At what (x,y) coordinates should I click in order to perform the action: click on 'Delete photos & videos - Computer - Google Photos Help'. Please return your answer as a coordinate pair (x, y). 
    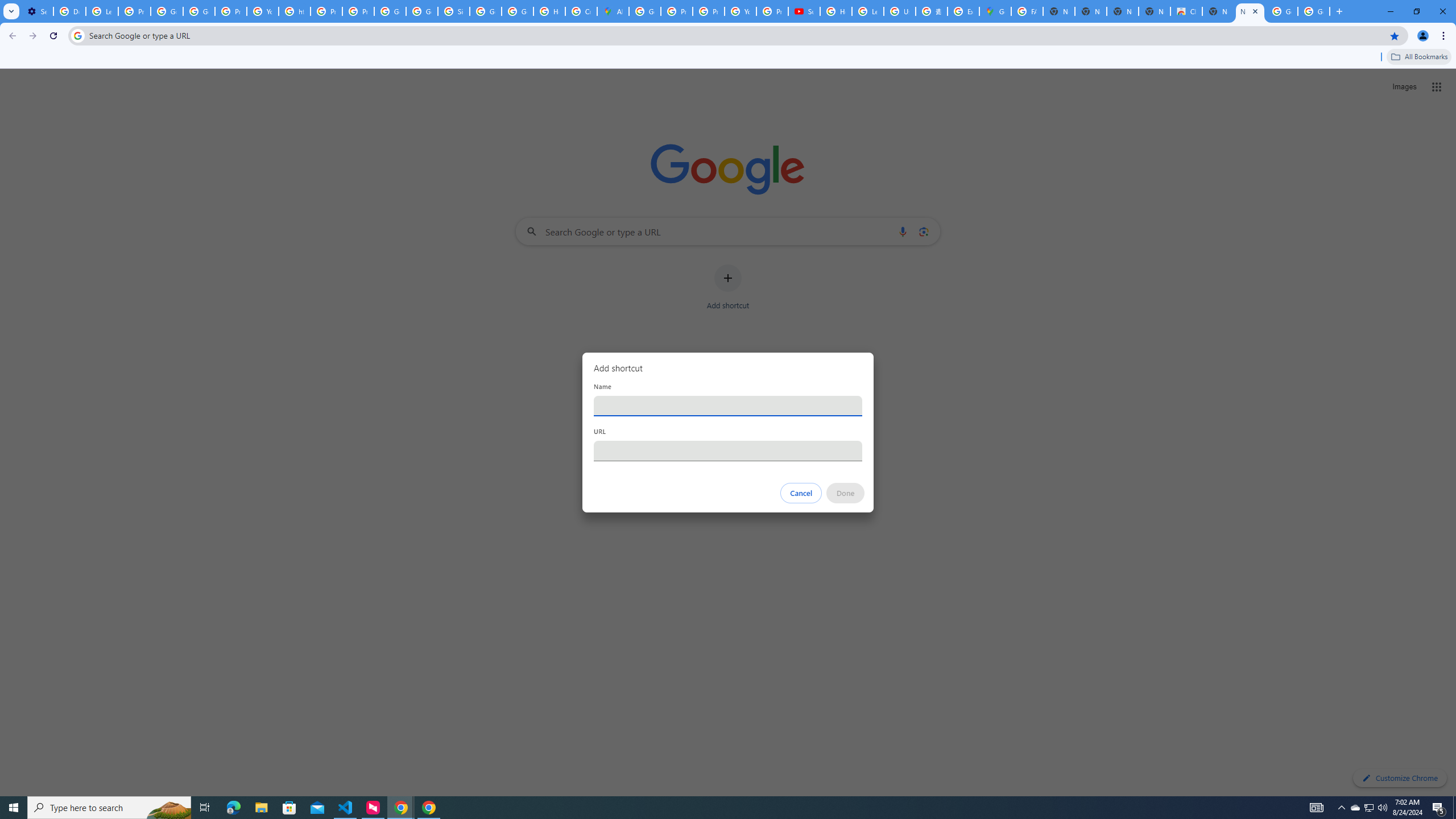
    Looking at the image, I should click on (69, 11).